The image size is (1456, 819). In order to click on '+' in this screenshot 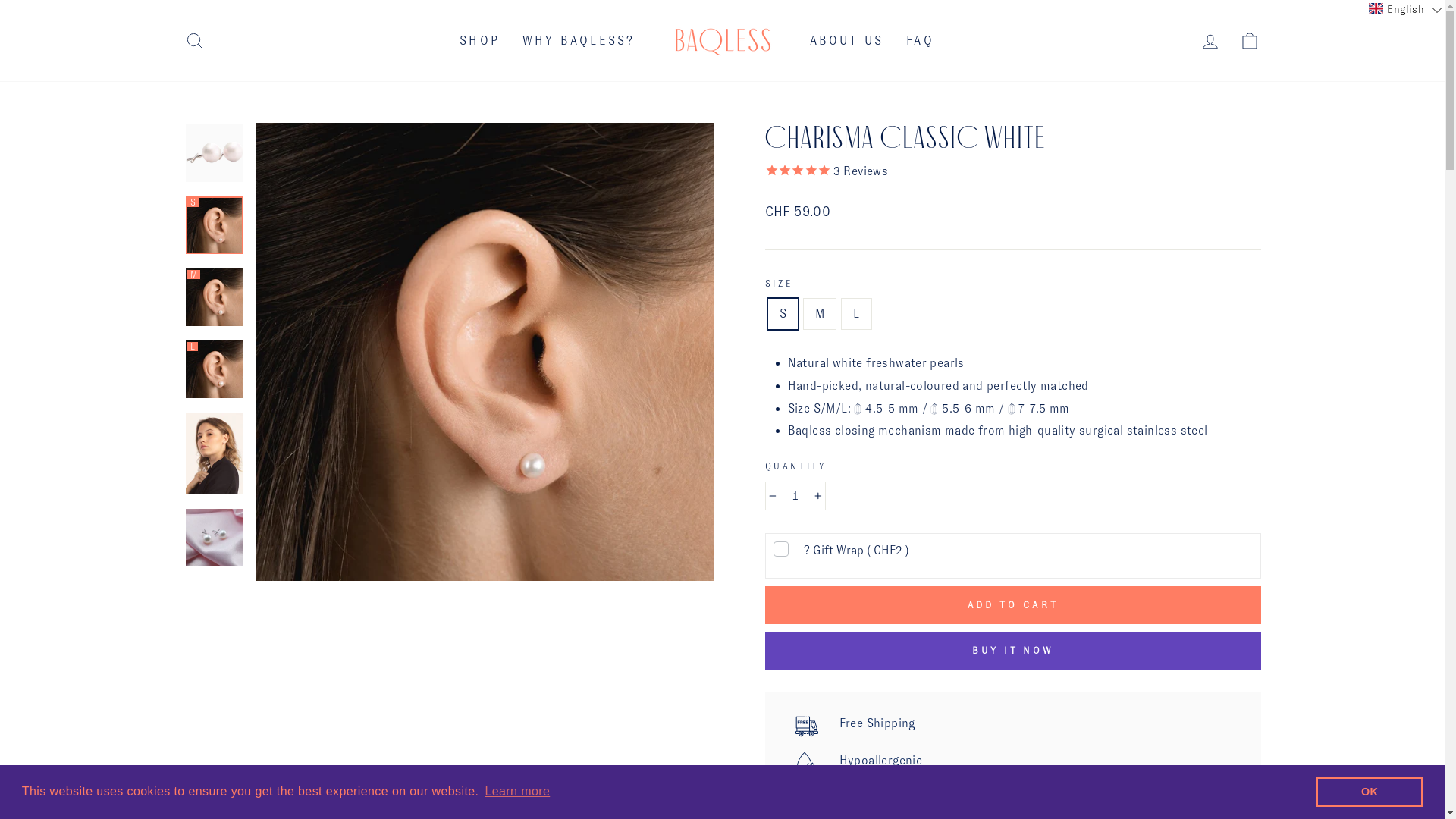, I will do `click(817, 496)`.